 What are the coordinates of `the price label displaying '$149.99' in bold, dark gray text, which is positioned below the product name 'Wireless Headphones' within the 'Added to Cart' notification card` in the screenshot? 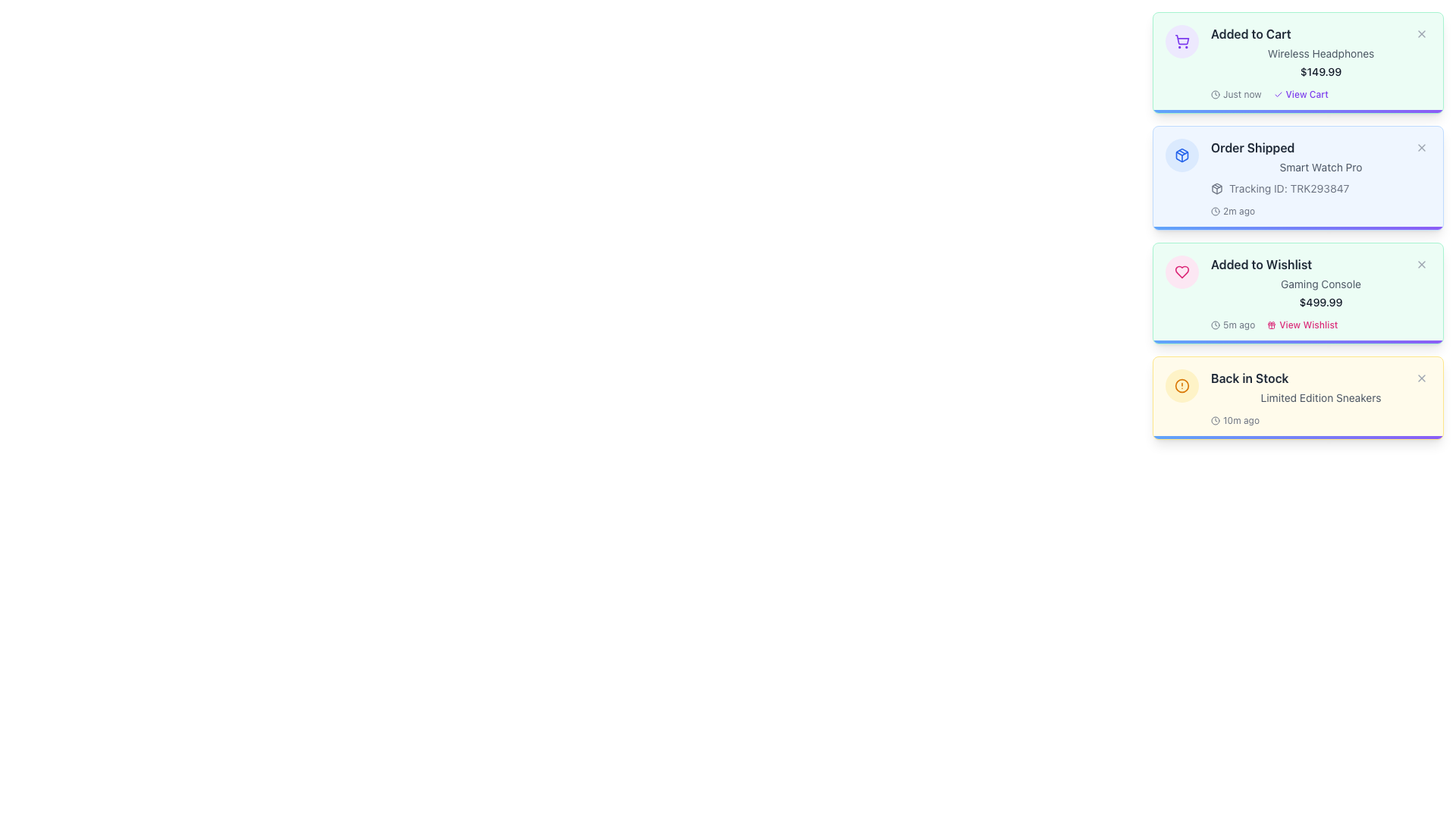 It's located at (1320, 72).